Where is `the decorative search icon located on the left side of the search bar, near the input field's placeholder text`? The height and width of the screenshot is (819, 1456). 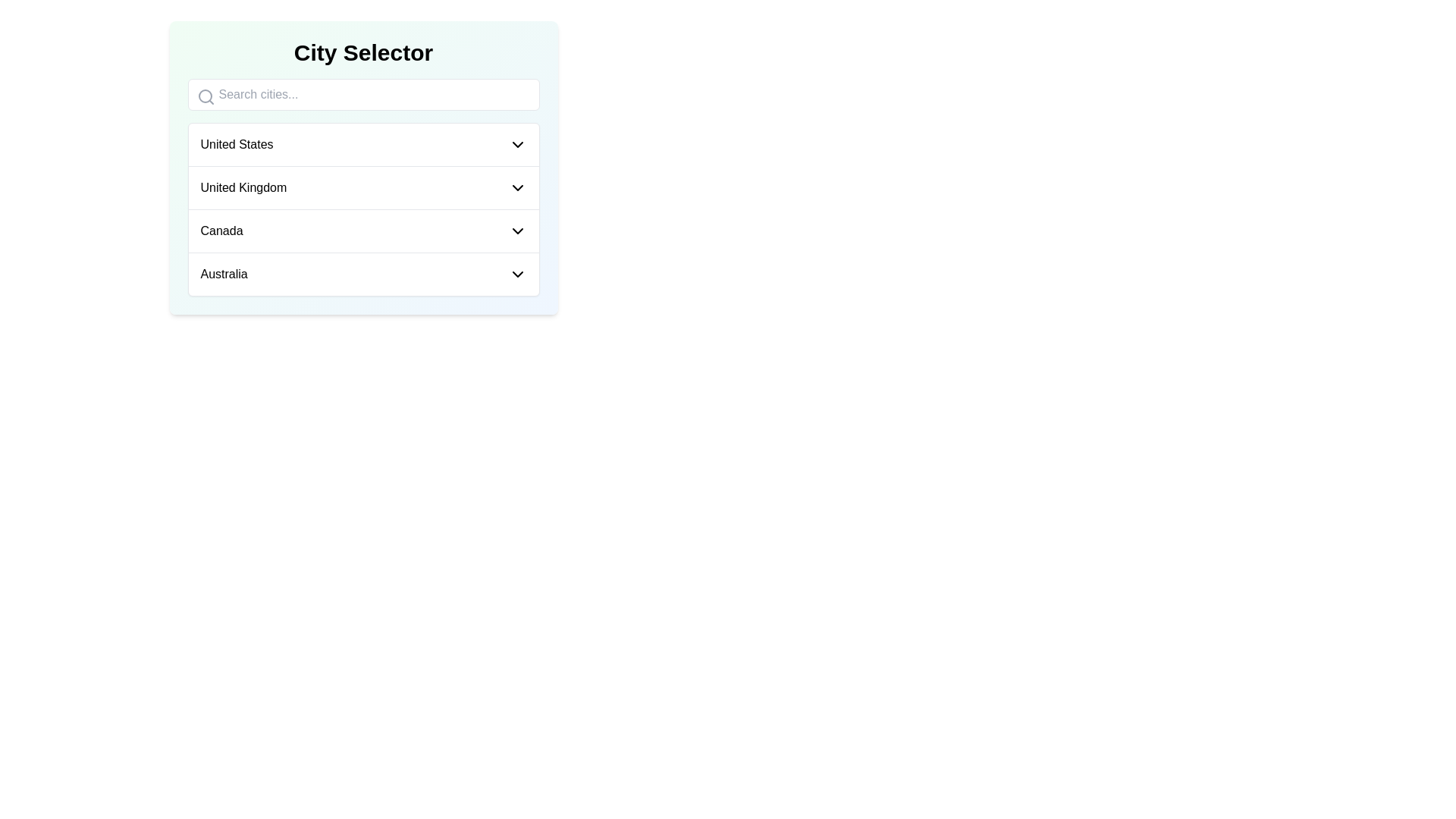 the decorative search icon located on the left side of the search bar, near the input field's placeholder text is located at coordinates (205, 96).